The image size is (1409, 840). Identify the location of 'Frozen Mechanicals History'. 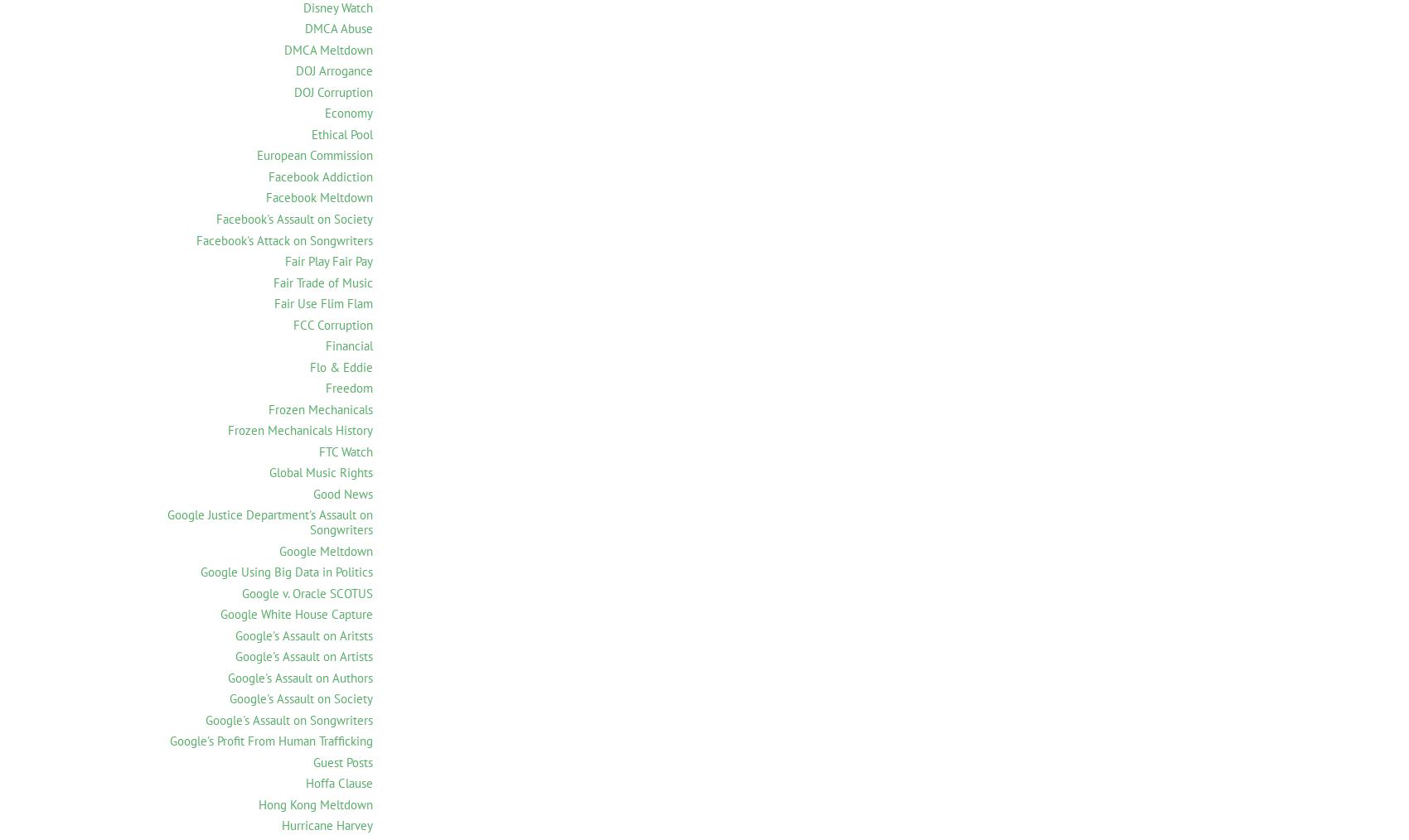
(299, 429).